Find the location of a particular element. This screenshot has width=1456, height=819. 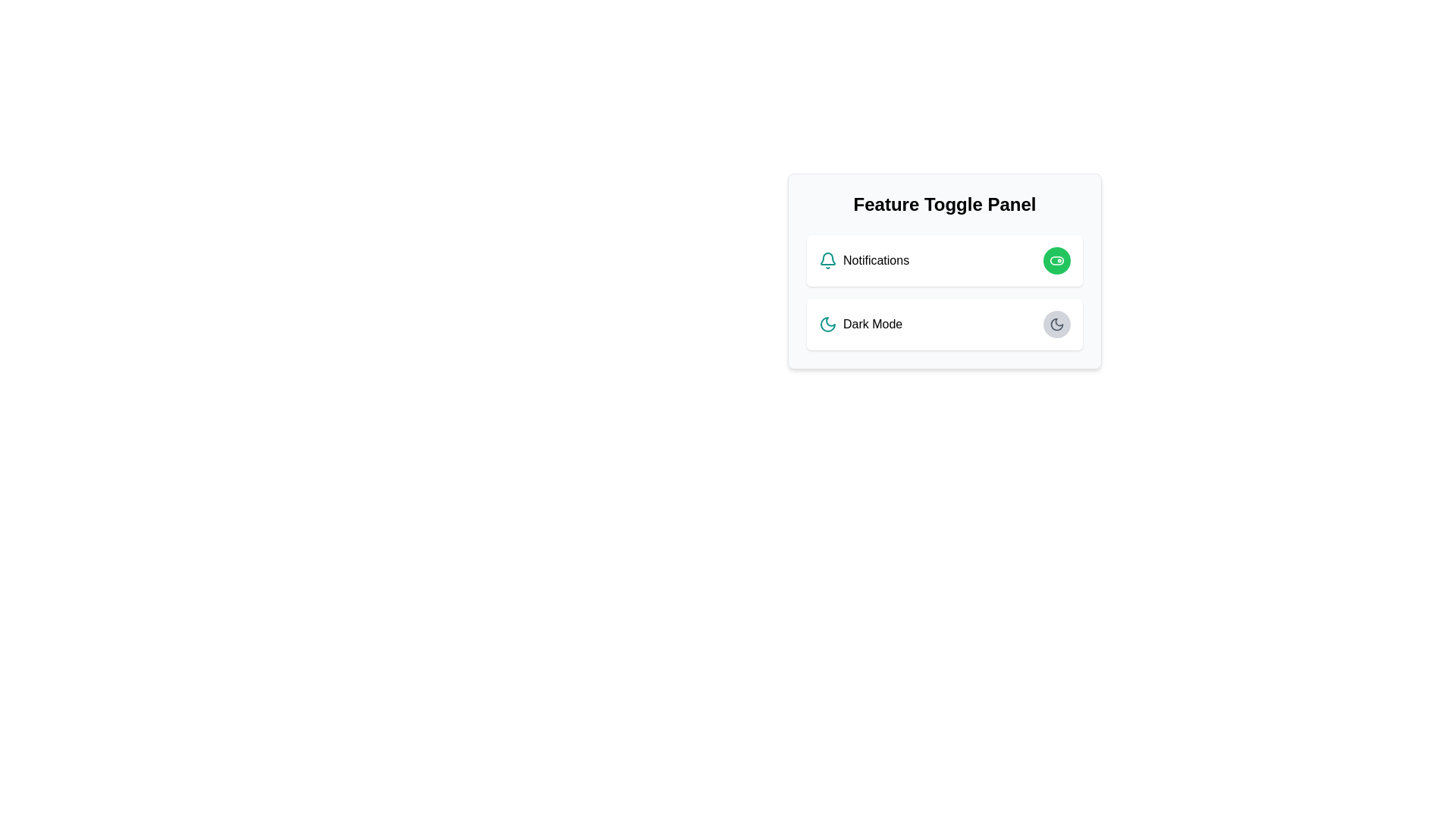

the dark mode toggle icon located to the left of the 'Dark Mode' label is located at coordinates (827, 324).